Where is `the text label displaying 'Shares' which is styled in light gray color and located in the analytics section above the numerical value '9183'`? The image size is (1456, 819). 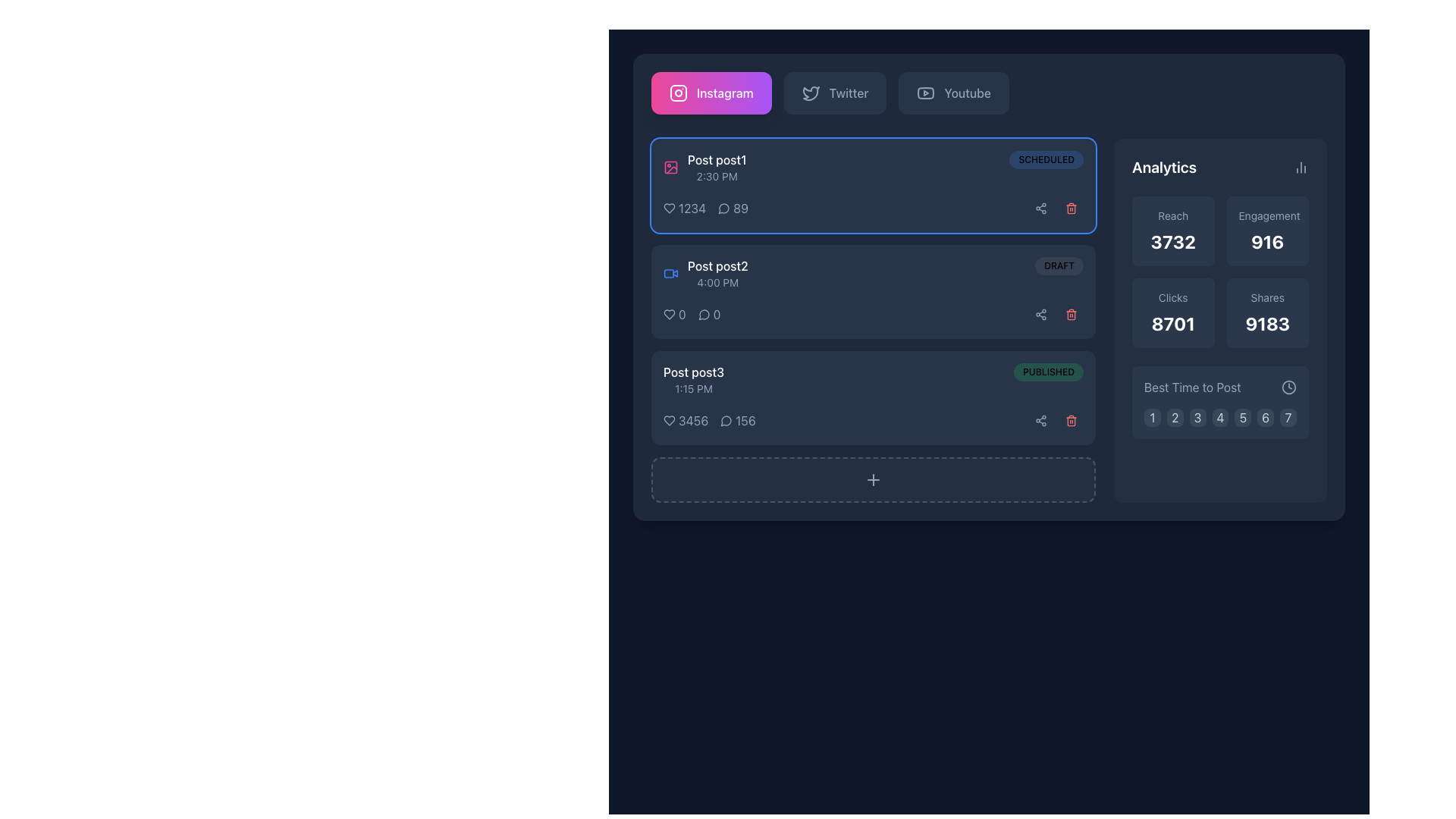
the text label displaying 'Shares' which is styled in light gray color and located in the analytics section above the numerical value '9183' is located at coordinates (1267, 298).